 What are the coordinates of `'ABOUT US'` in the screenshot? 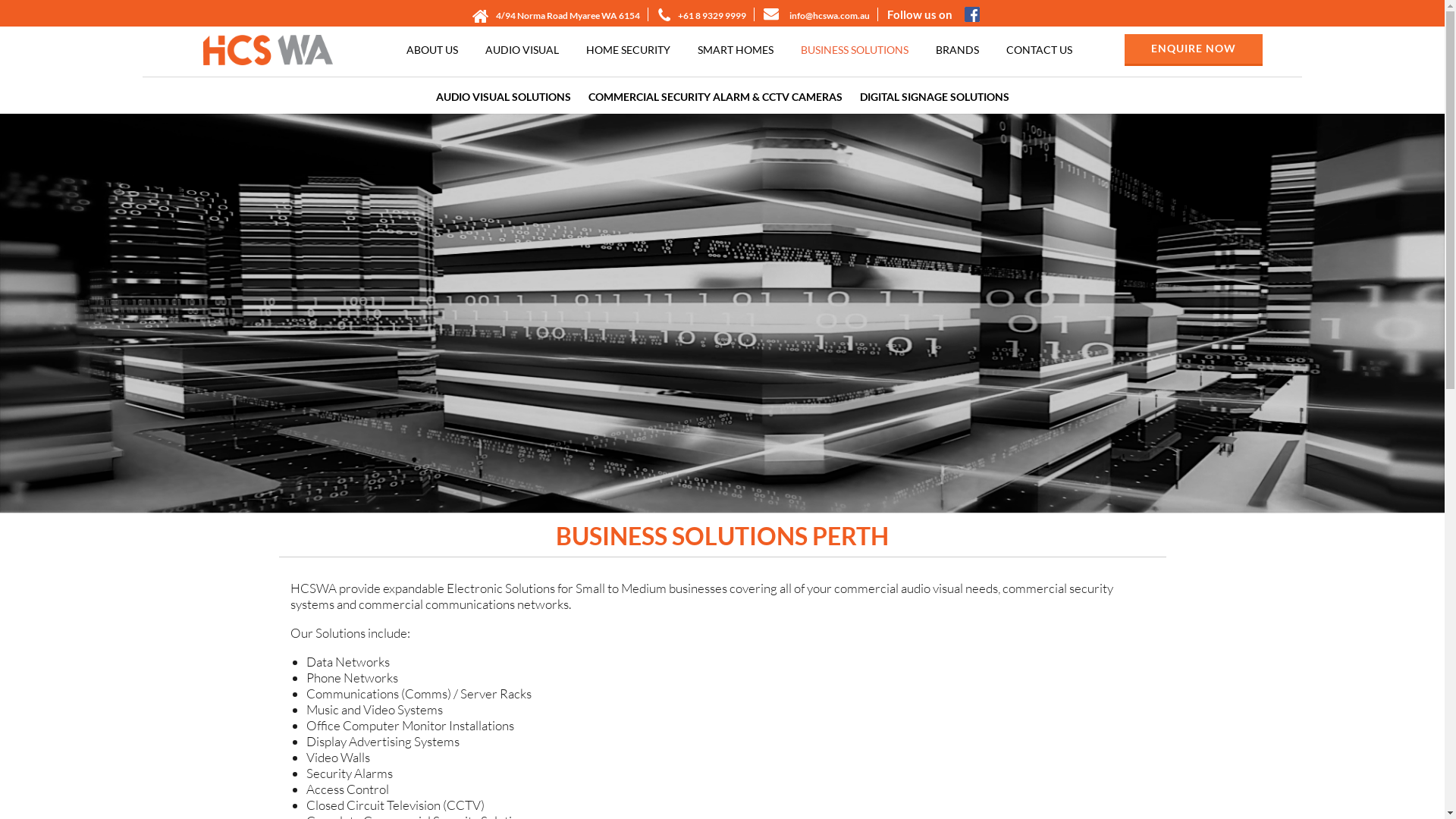 It's located at (431, 49).